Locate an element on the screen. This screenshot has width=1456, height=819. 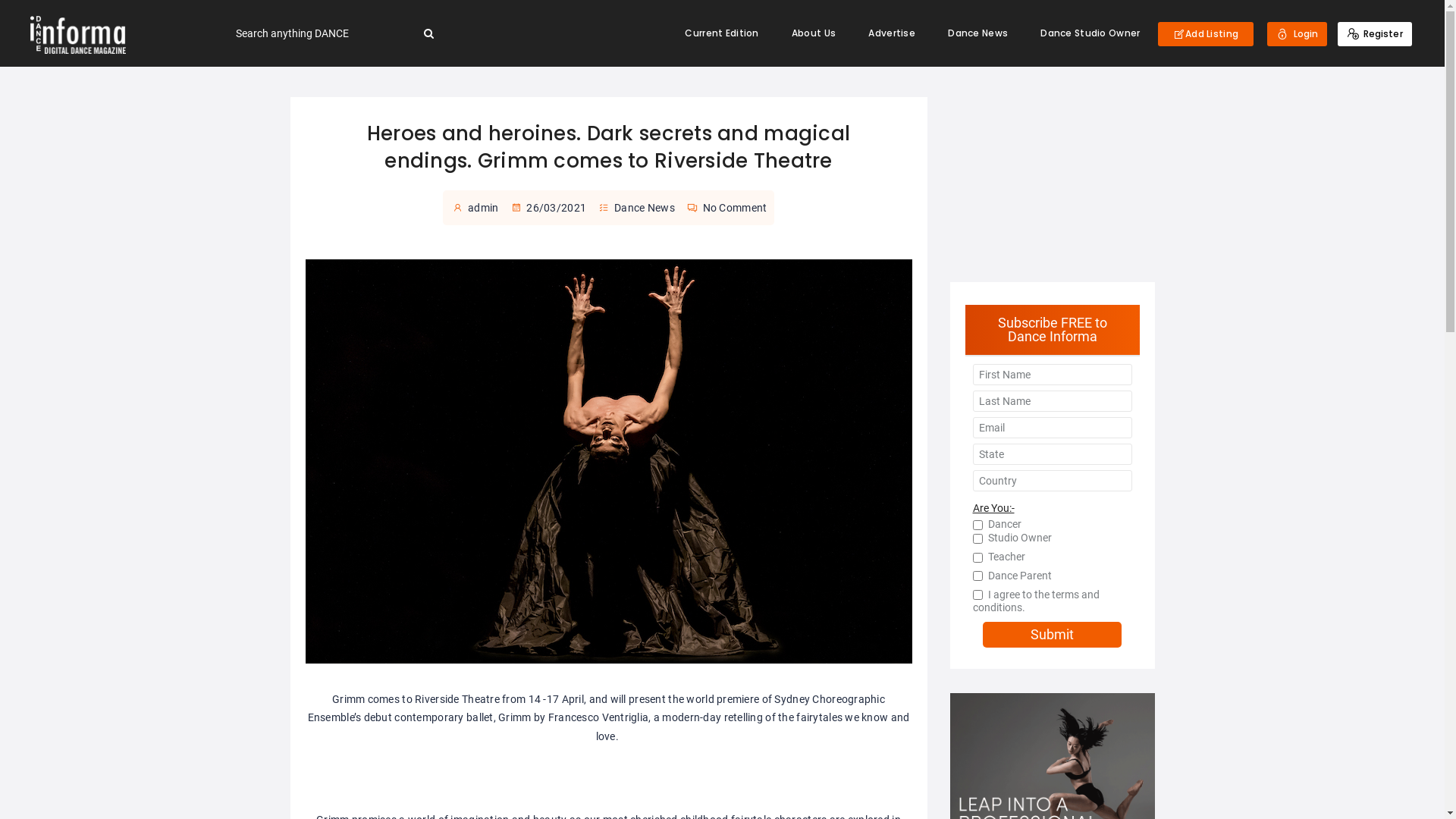
'Submit' is located at coordinates (1051, 635).